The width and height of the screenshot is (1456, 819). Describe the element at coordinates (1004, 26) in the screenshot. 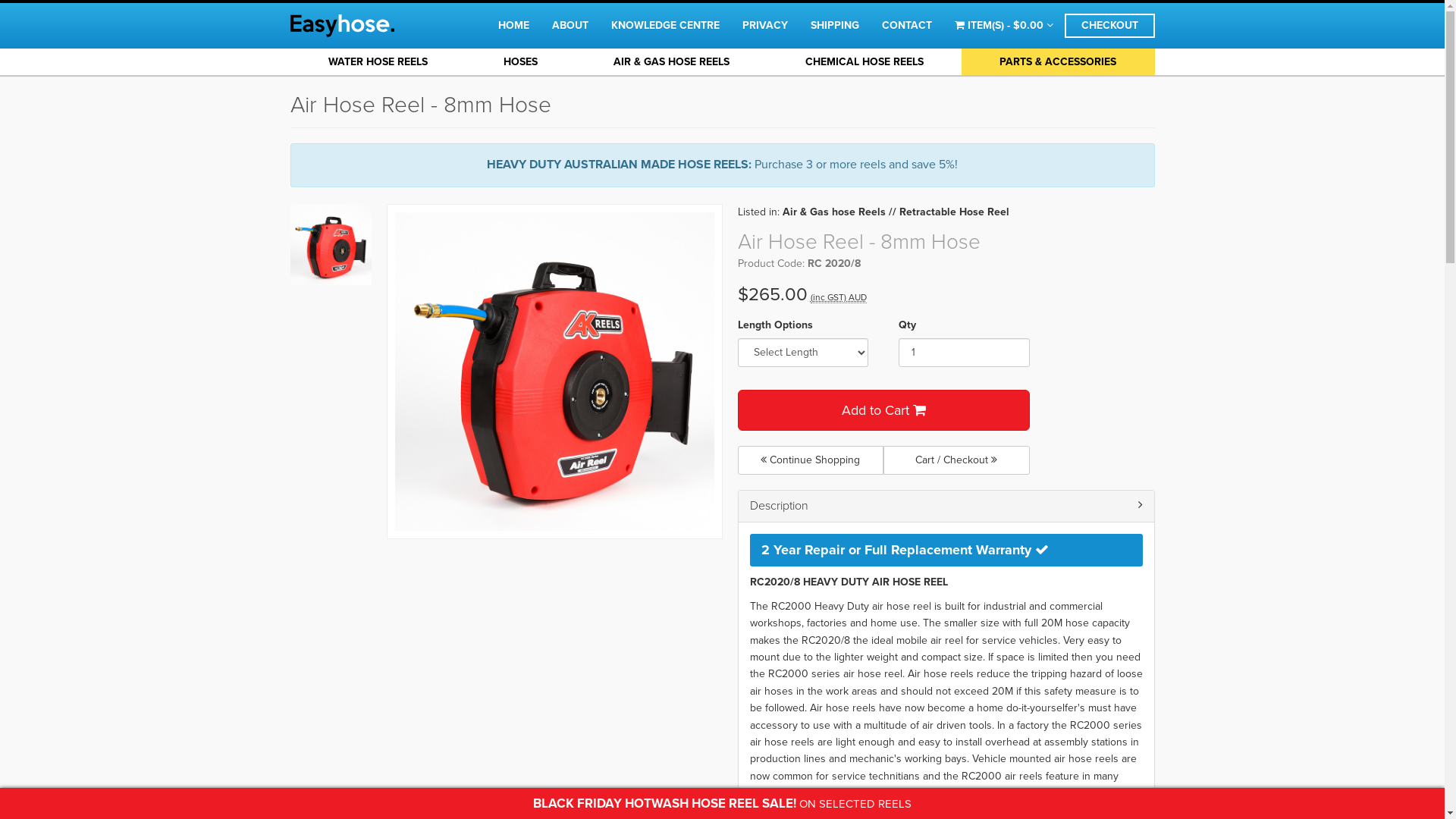

I see `'ITEM(S) - $0.00'` at that location.